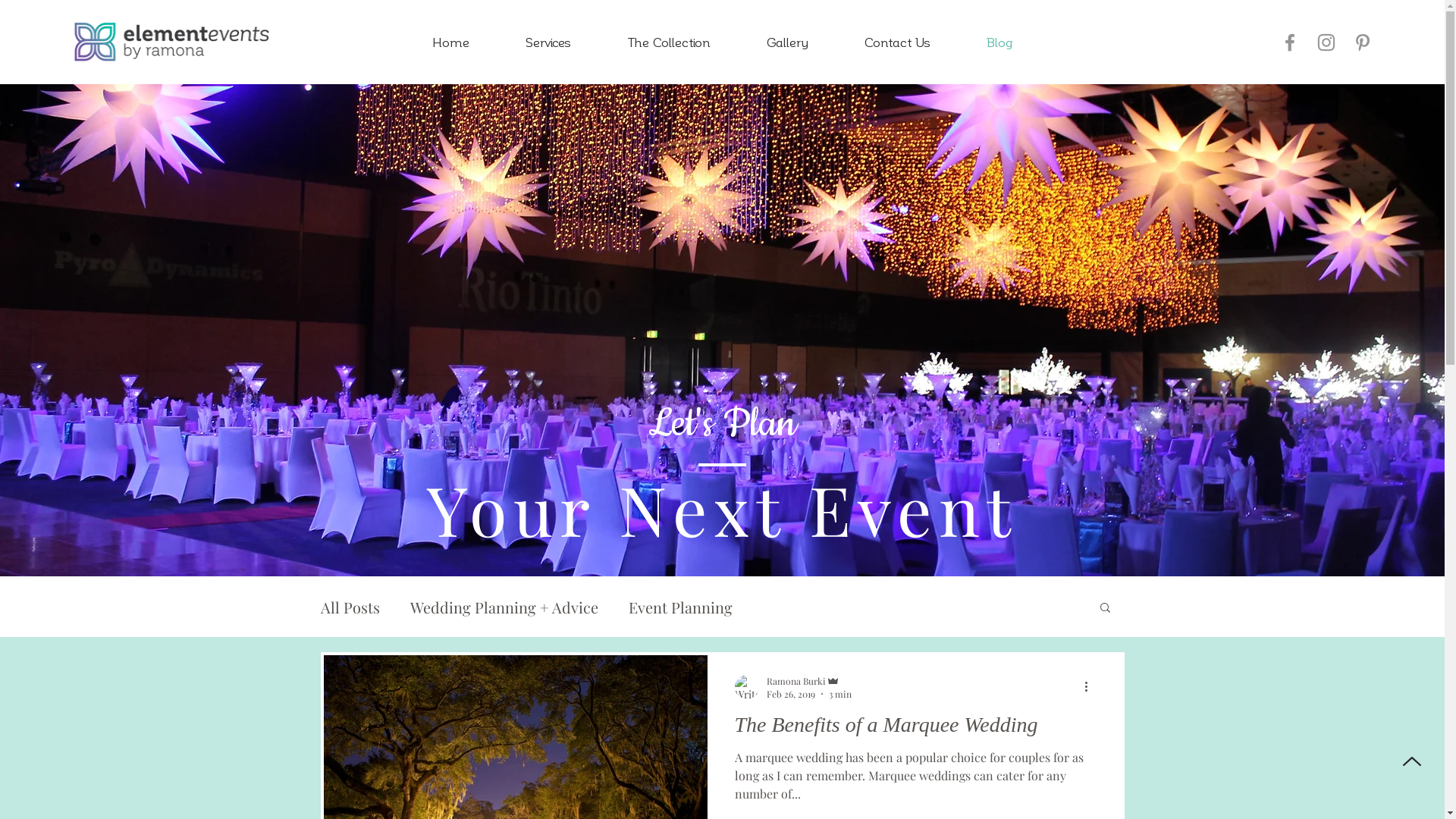 Image resolution: width=1456 pixels, height=819 pixels. Describe the element at coordinates (628, 605) in the screenshot. I see `'Event Planning'` at that location.